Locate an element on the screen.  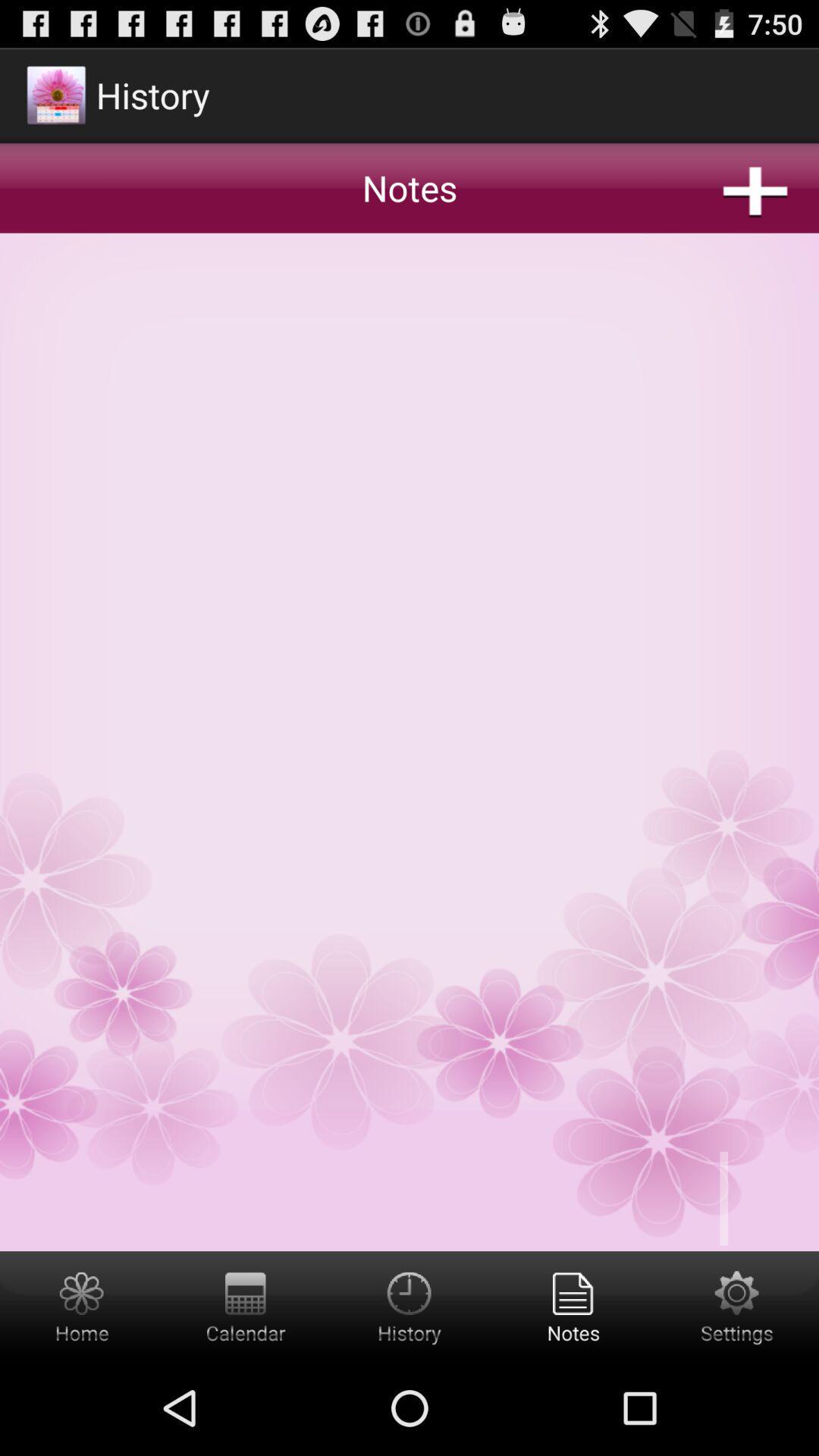
notes is located at coordinates (409, 647).